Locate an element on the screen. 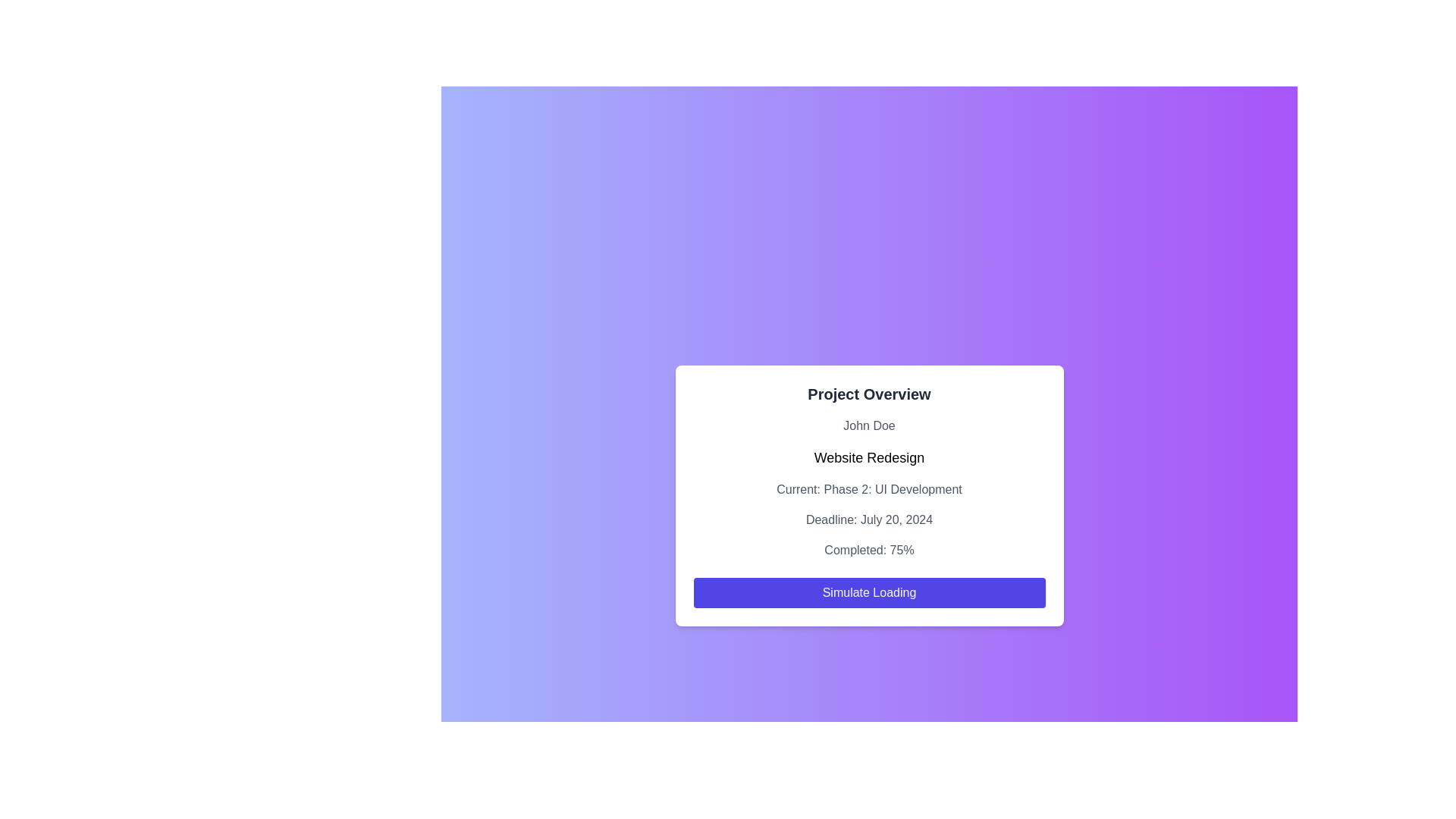 Image resolution: width=1456 pixels, height=819 pixels. the Text Label that serves as a title or header, positioned between 'John Doe' and 'Current: Phase 2: UI Development' is located at coordinates (869, 457).